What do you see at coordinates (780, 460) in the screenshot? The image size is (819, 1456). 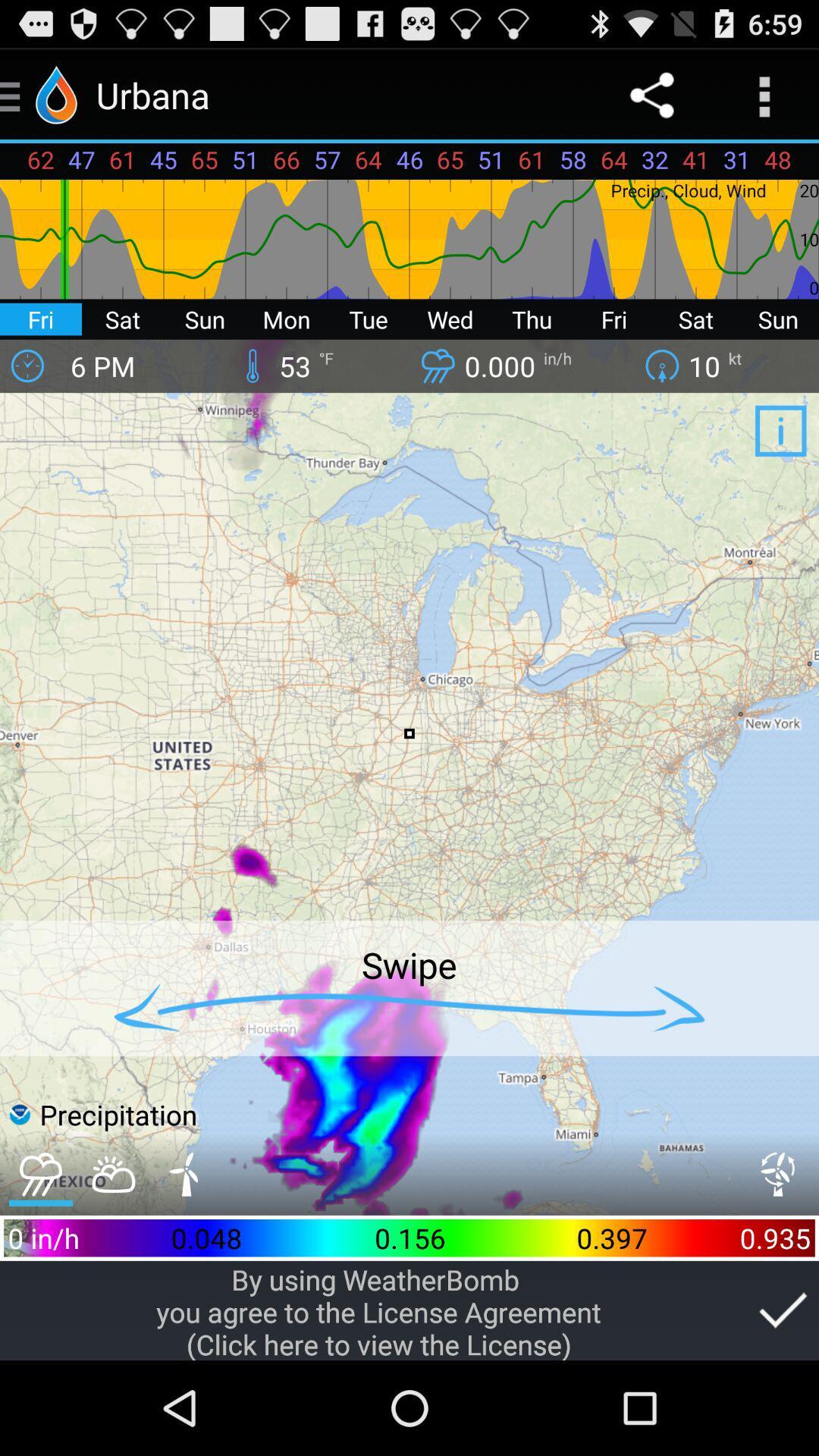 I see `the info icon` at bounding box center [780, 460].